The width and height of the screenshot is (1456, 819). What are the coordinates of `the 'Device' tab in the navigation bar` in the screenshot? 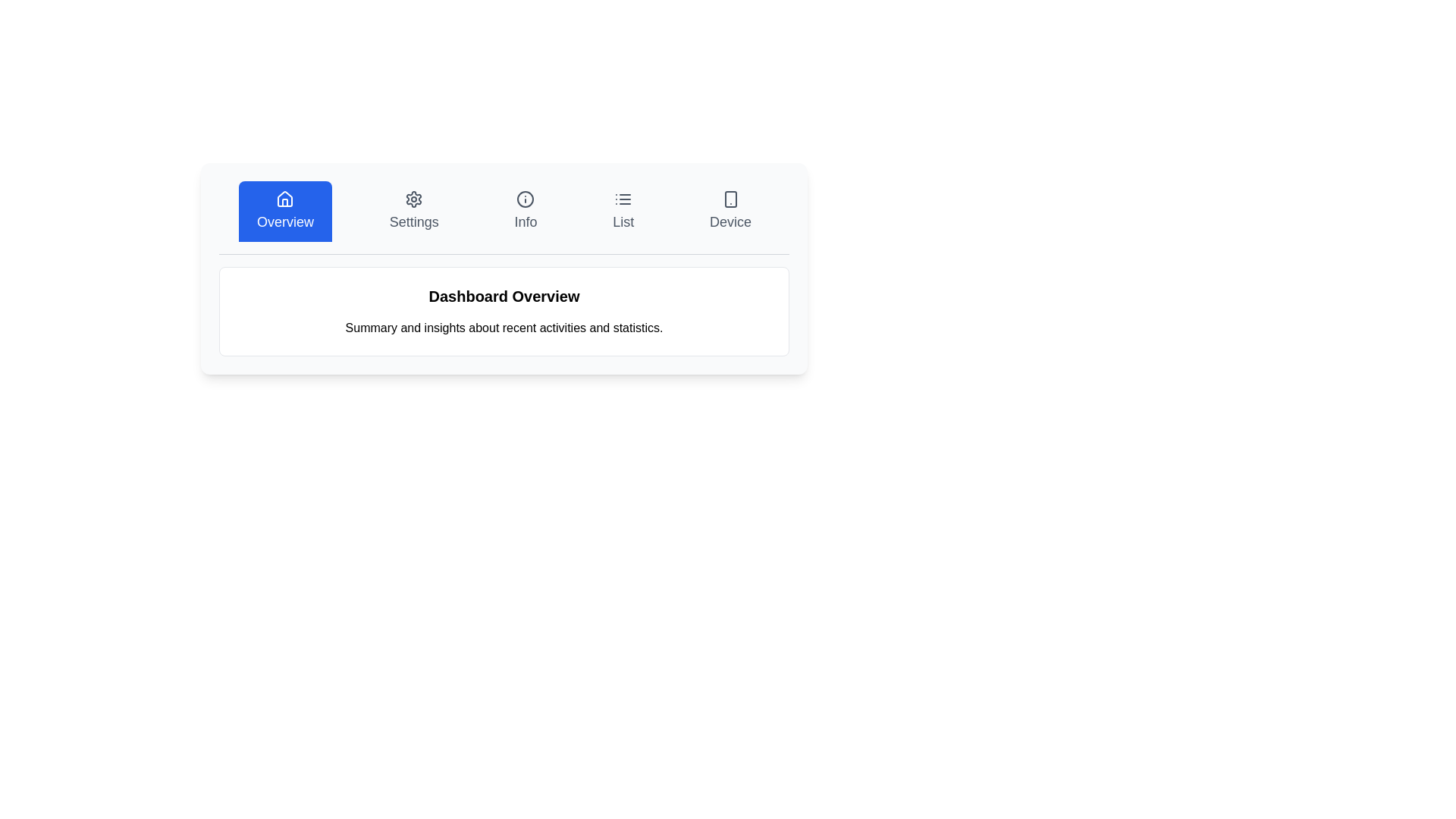 It's located at (730, 211).